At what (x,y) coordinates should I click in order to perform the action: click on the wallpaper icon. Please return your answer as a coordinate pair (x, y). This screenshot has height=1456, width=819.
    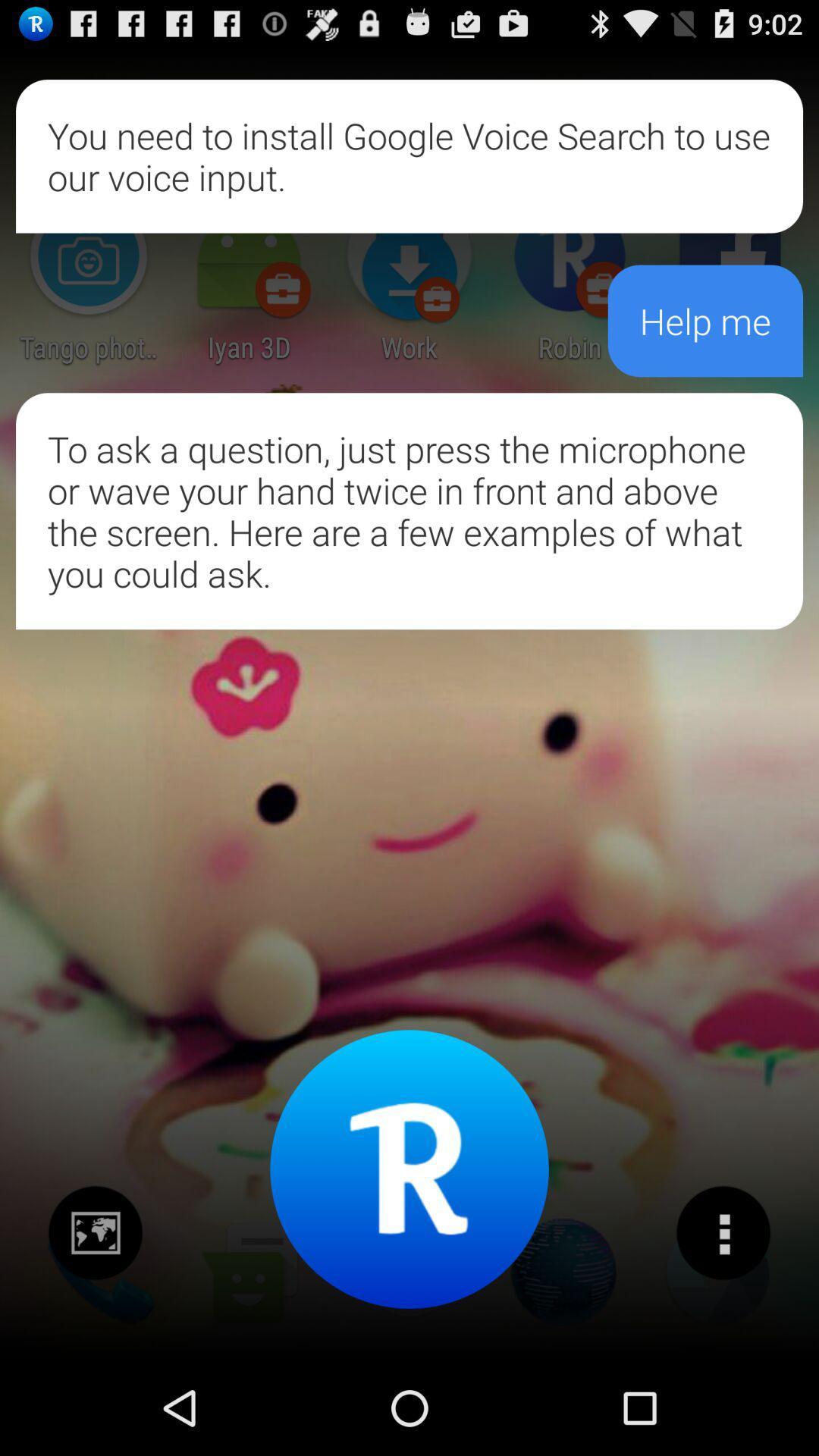
    Looking at the image, I should click on (96, 1319).